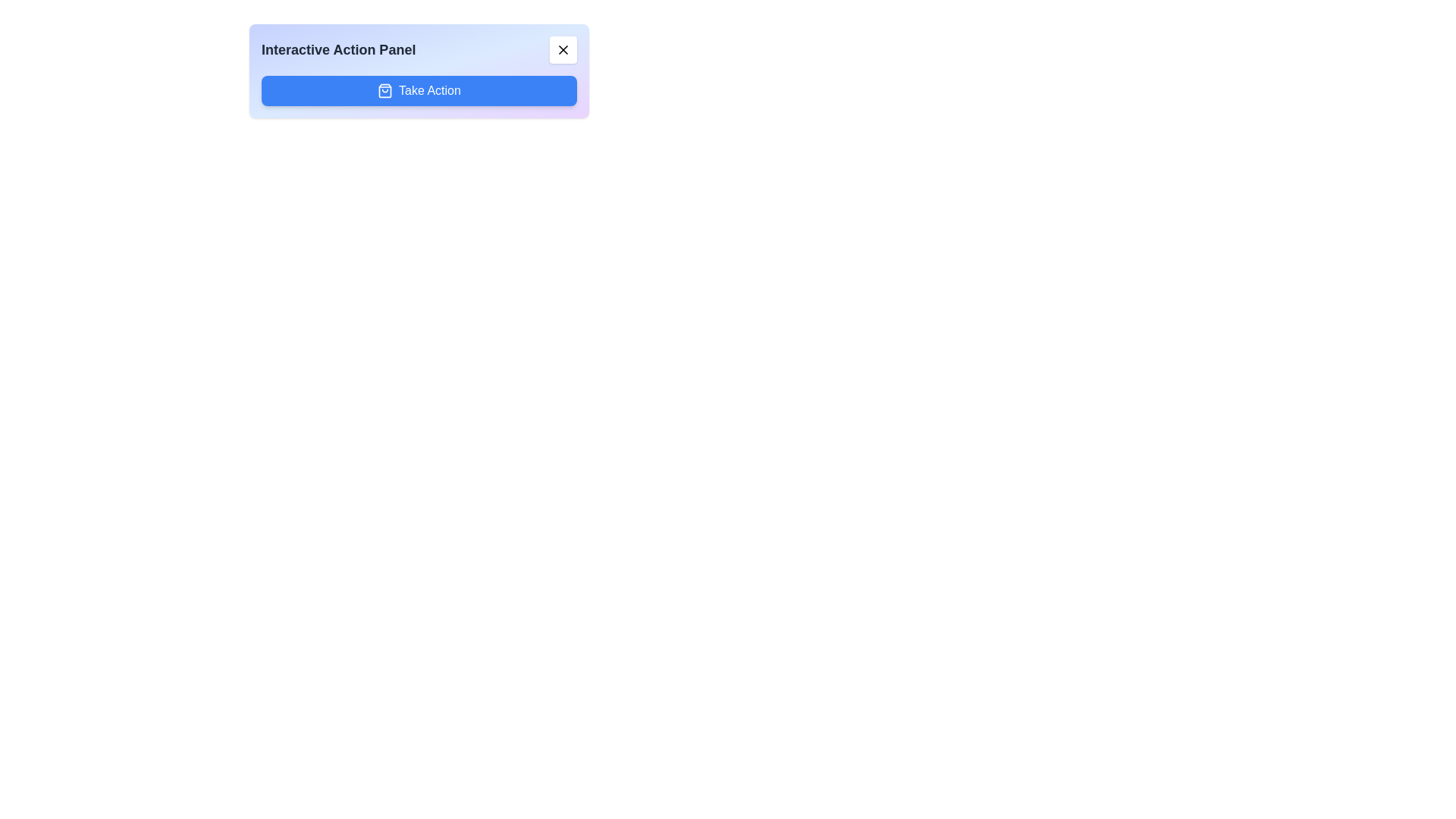 The height and width of the screenshot is (819, 1456). Describe the element at coordinates (419, 90) in the screenshot. I see `the 'Take Action' button located in the 'Interactive Action Panel'` at that location.